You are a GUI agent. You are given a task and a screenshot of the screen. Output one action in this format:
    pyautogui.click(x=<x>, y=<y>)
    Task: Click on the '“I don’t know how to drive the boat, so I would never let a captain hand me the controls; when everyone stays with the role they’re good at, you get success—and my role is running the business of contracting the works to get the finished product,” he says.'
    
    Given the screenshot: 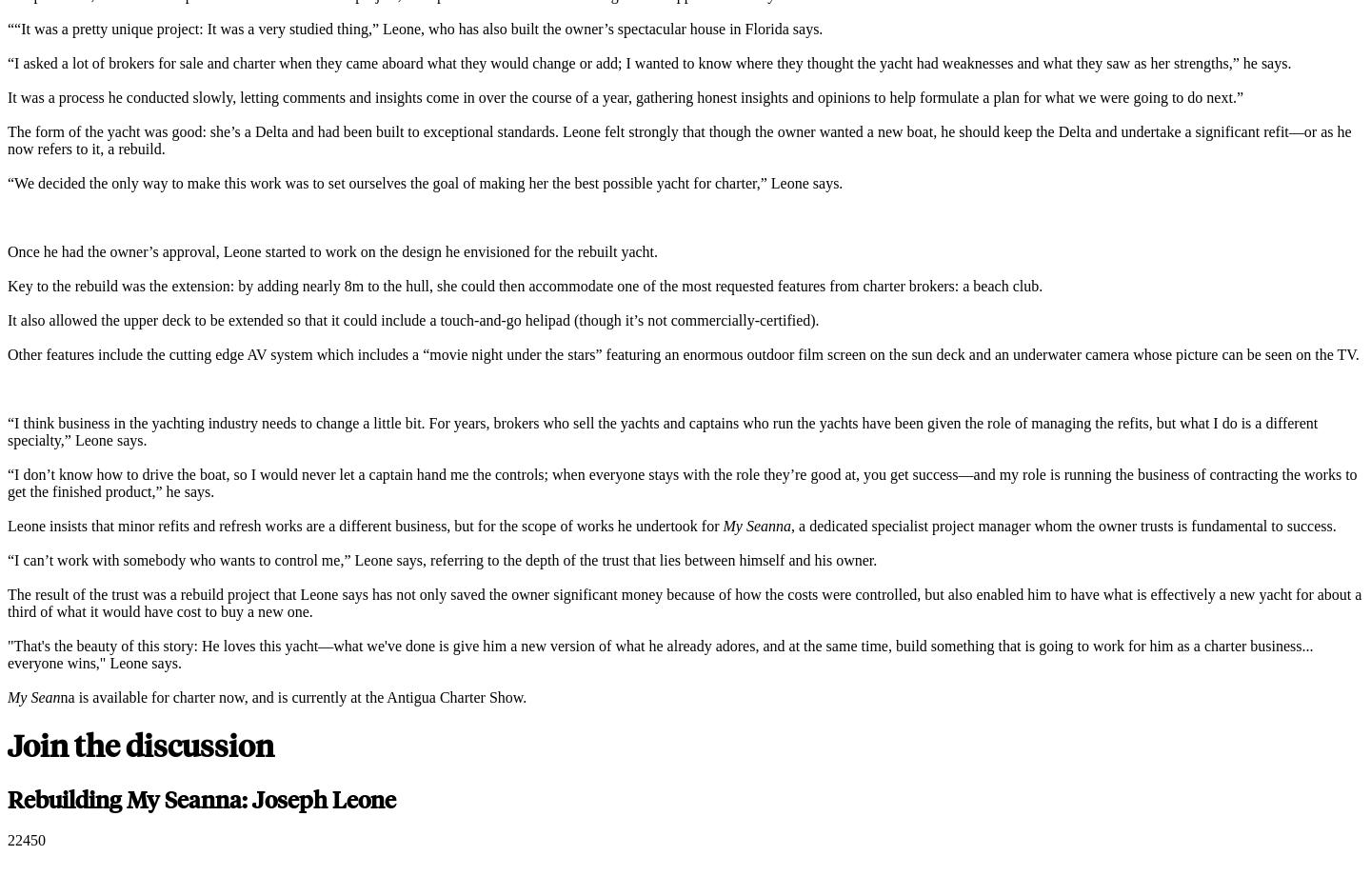 What is the action you would take?
    pyautogui.click(x=682, y=481)
    